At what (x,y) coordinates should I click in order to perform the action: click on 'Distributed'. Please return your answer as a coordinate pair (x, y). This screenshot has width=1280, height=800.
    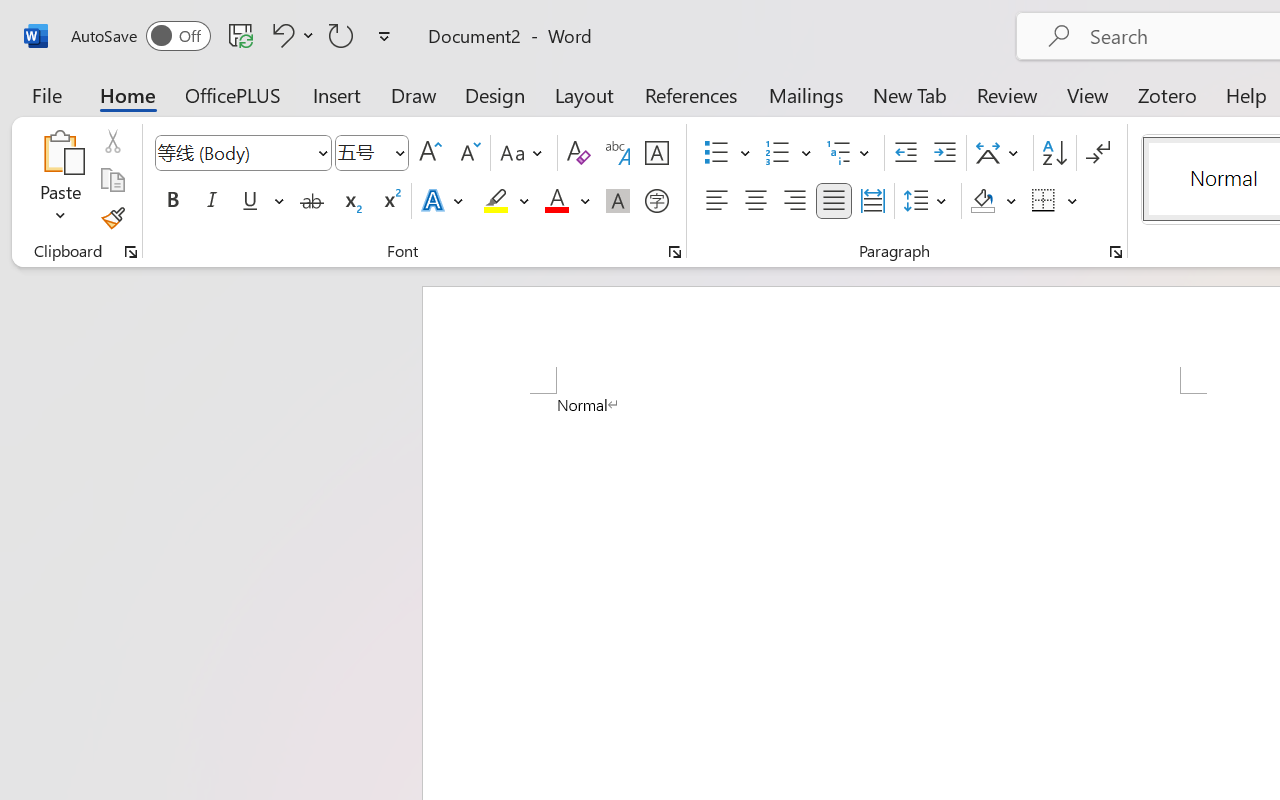
    Looking at the image, I should click on (872, 201).